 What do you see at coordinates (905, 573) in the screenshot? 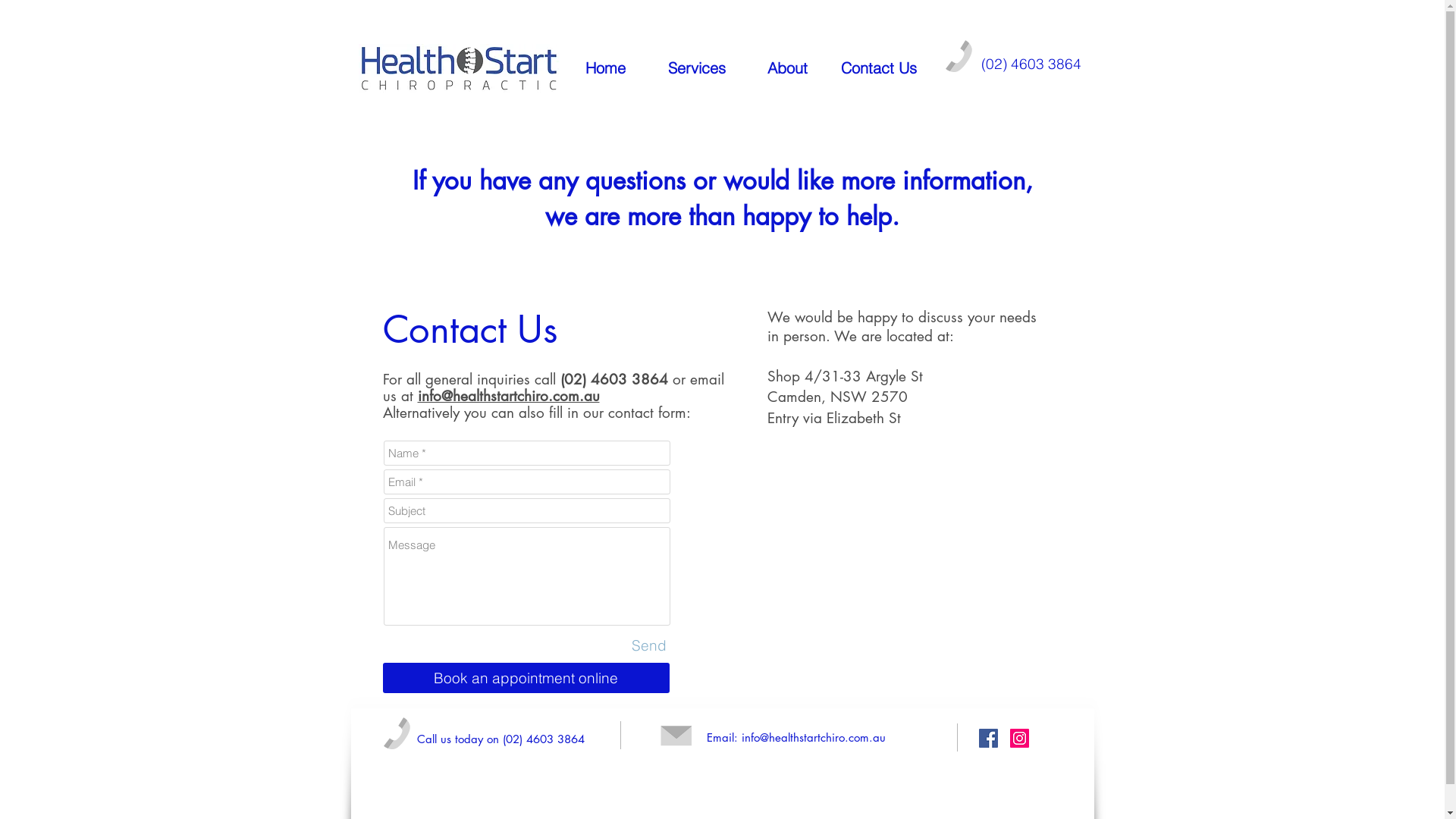
I see `'Google Maps'` at bounding box center [905, 573].